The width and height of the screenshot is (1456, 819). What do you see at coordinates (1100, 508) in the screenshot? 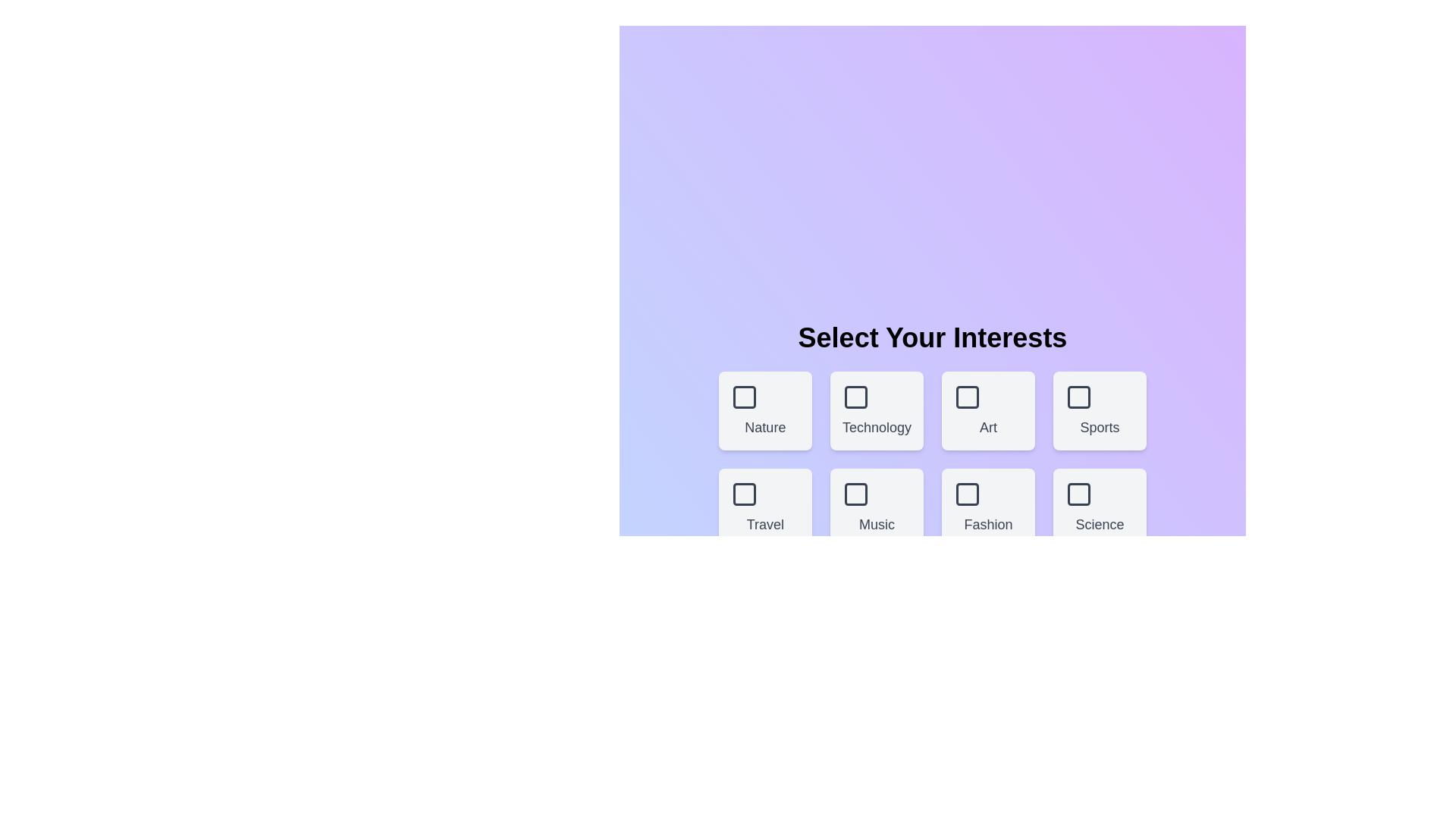
I see `the theme box labeled Science` at bounding box center [1100, 508].